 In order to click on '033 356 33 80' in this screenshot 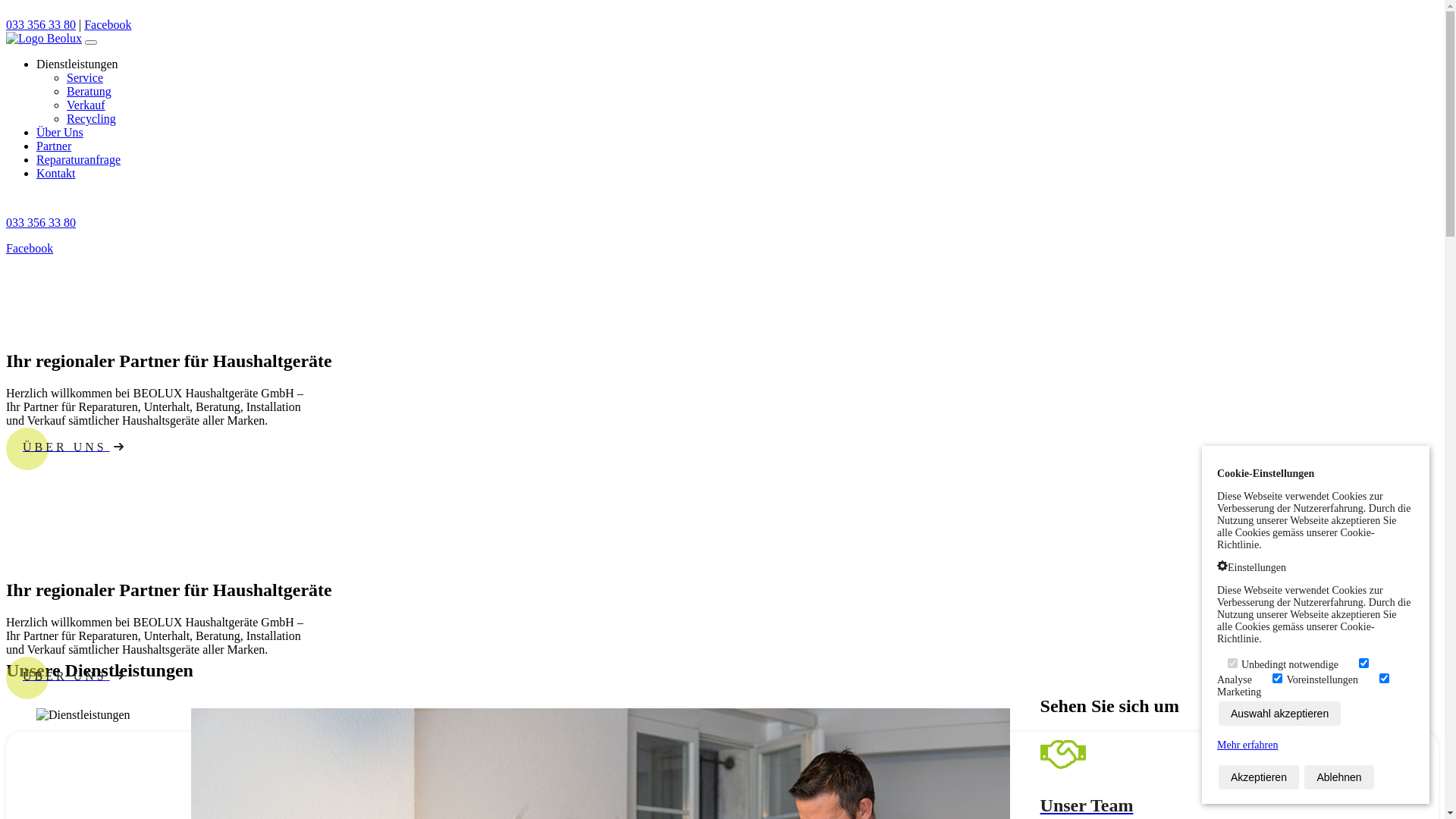, I will do `click(40, 24)`.